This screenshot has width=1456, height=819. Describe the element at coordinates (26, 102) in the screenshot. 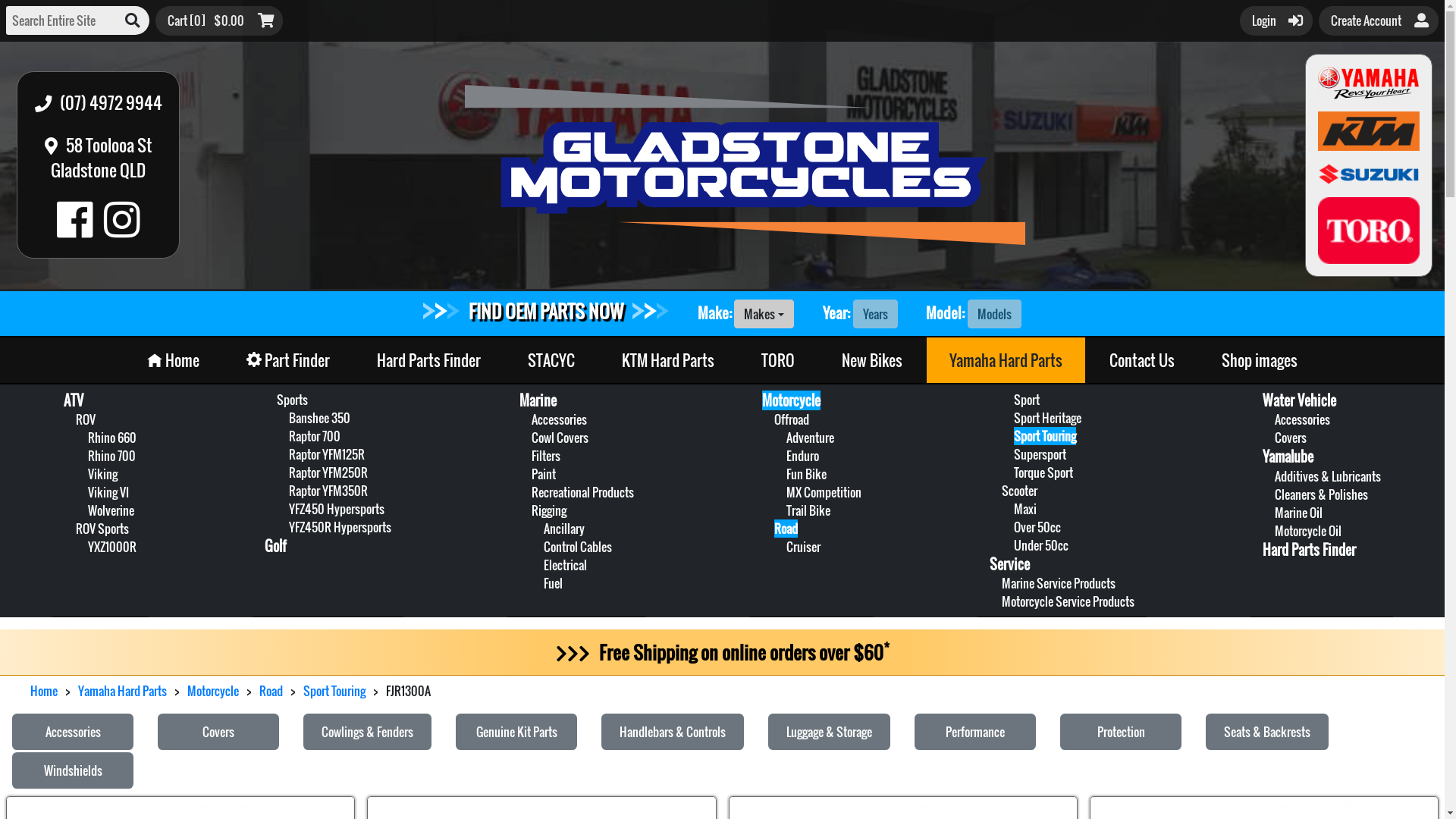

I see `'(07) 4972 9944'` at that location.